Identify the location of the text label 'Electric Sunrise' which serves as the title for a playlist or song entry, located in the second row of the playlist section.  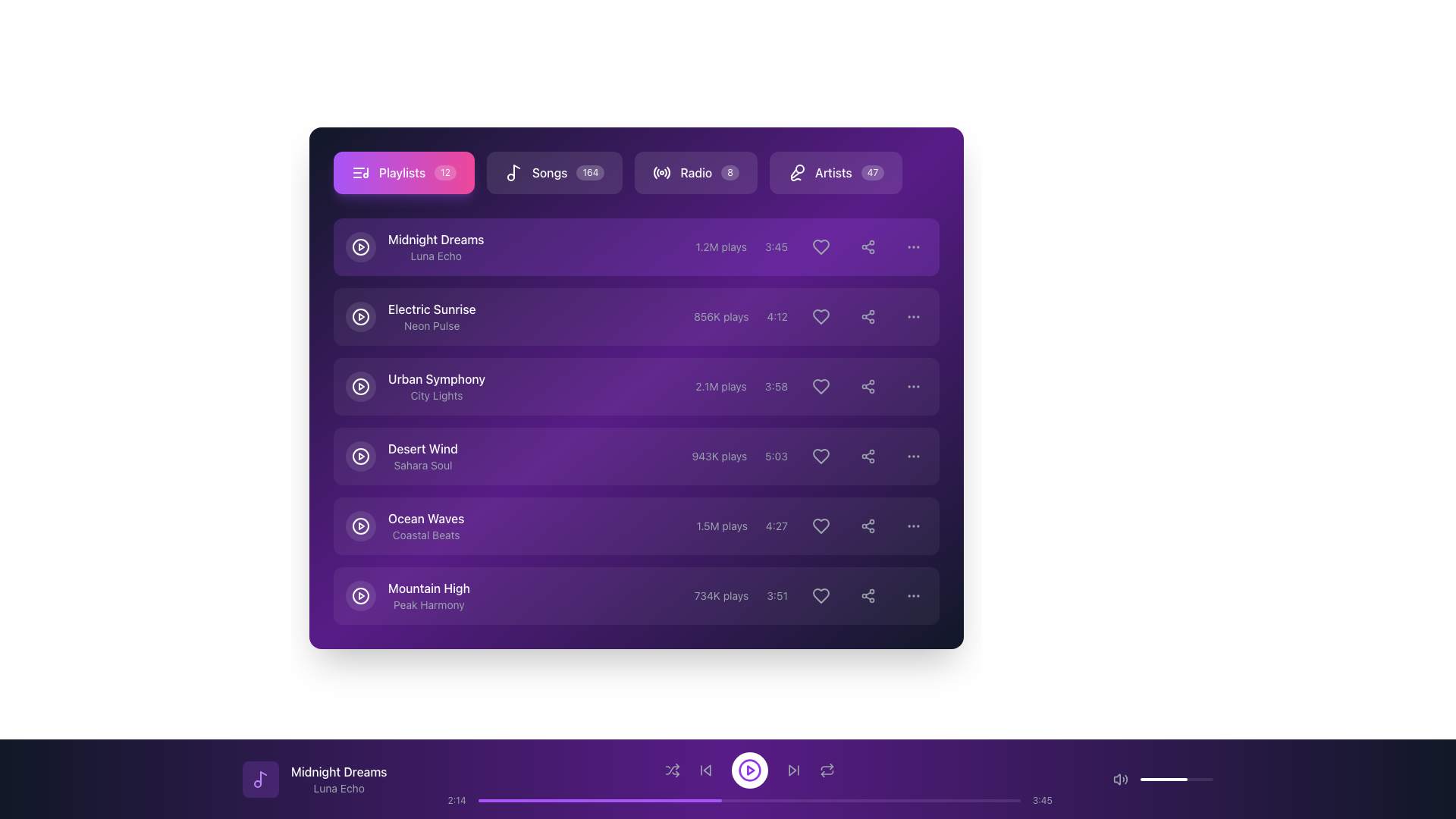
(431, 309).